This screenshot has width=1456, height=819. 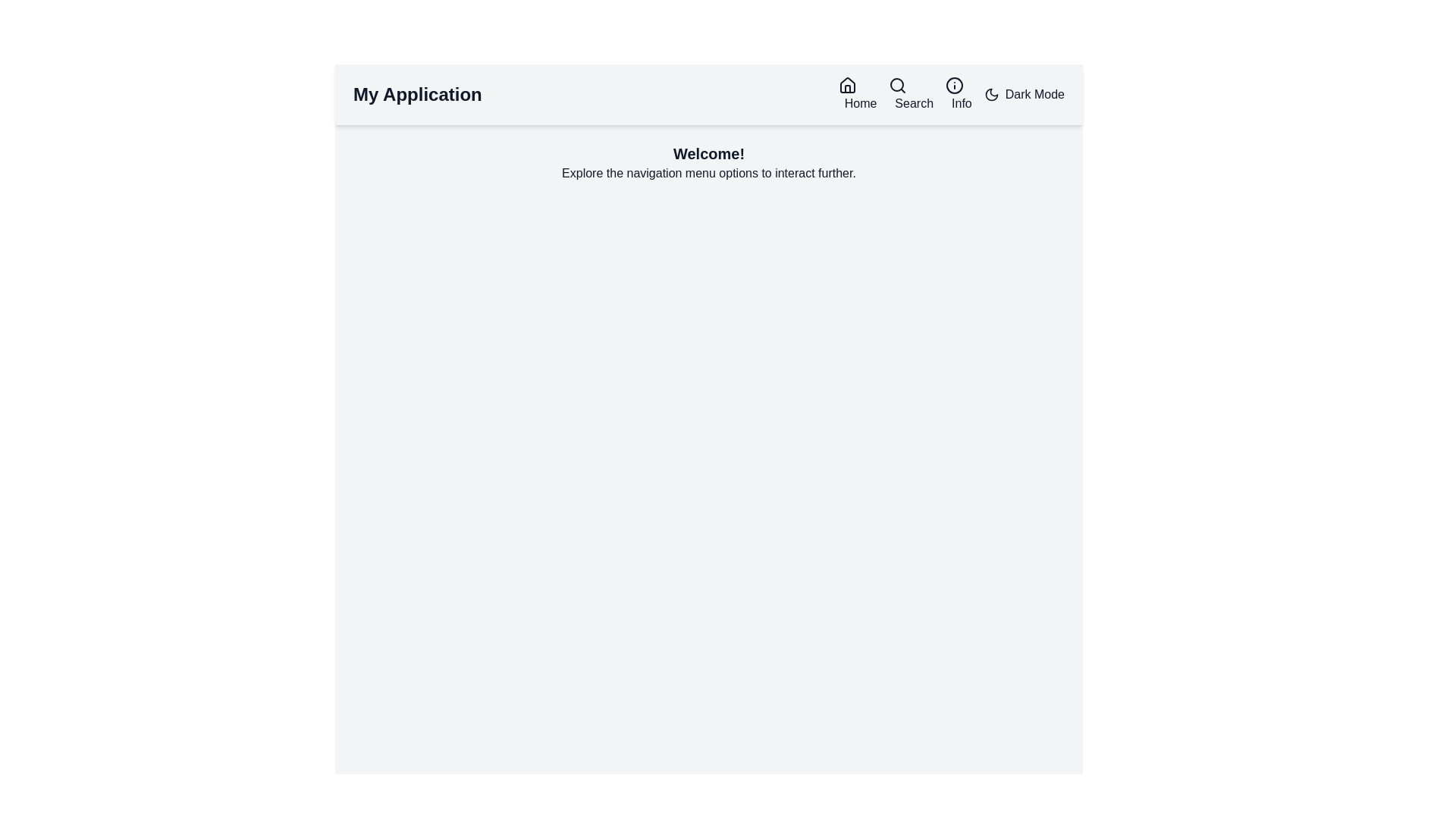 I want to click on the 'Navigation Menu' located in the top-right section of the navigation bar, so click(x=950, y=94).